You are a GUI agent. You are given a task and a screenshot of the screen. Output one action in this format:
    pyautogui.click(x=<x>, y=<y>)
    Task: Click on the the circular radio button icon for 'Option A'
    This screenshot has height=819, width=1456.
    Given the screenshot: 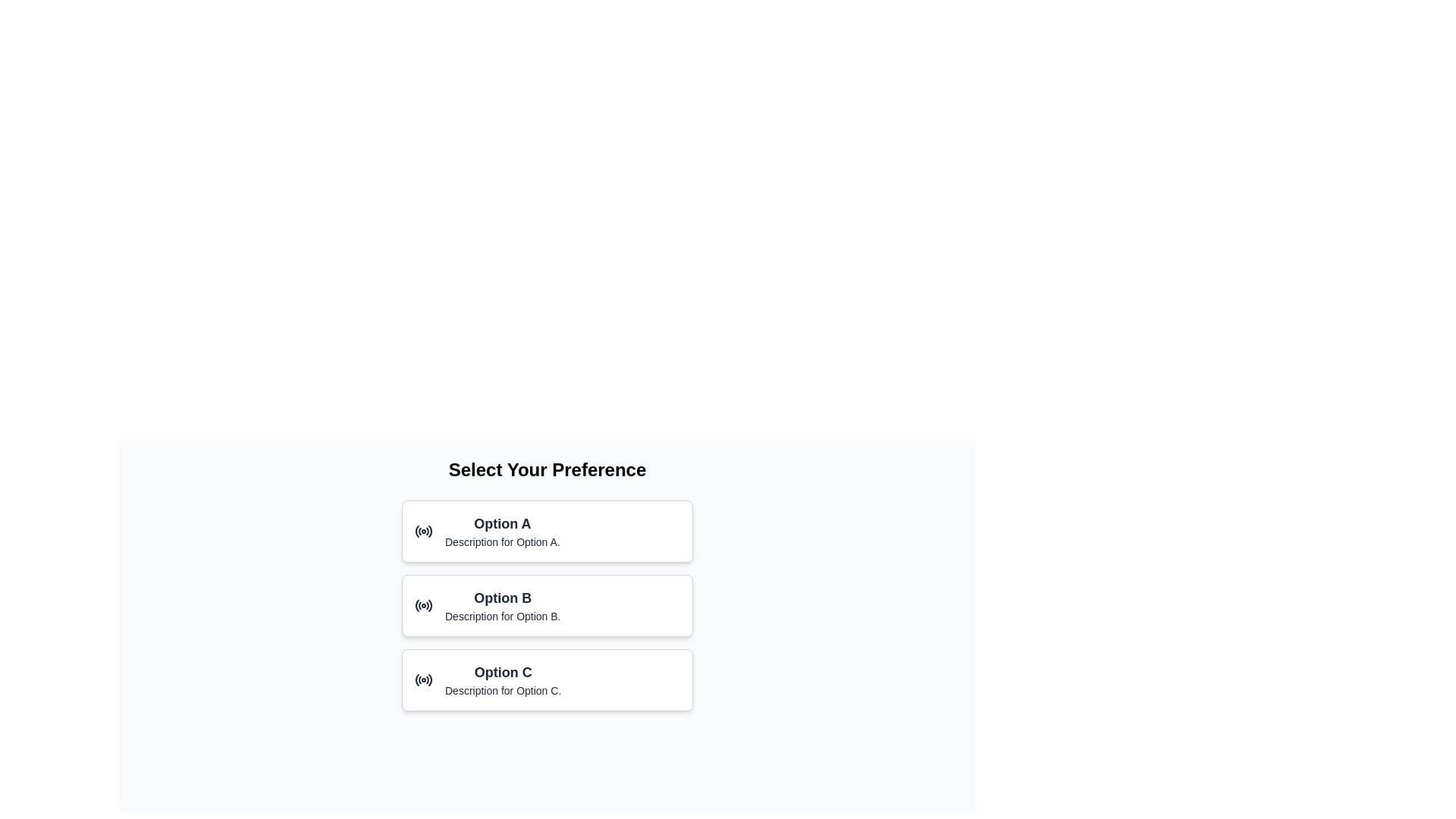 What is the action you would take?
    pyautogui.click(x=423, y=531)
    